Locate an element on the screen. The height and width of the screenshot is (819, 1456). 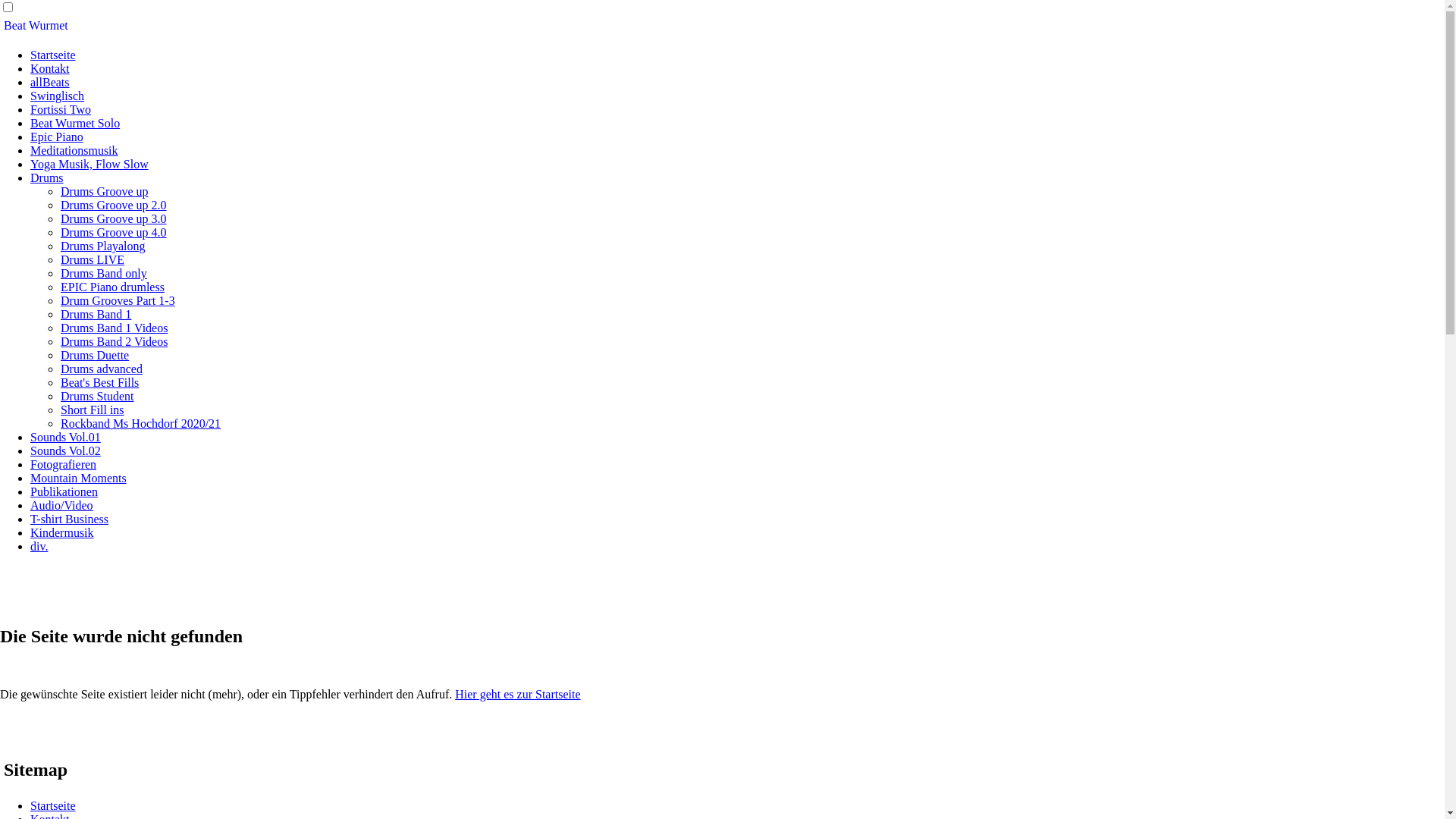
'Fotografieren' is located at coordinates (62, 463).